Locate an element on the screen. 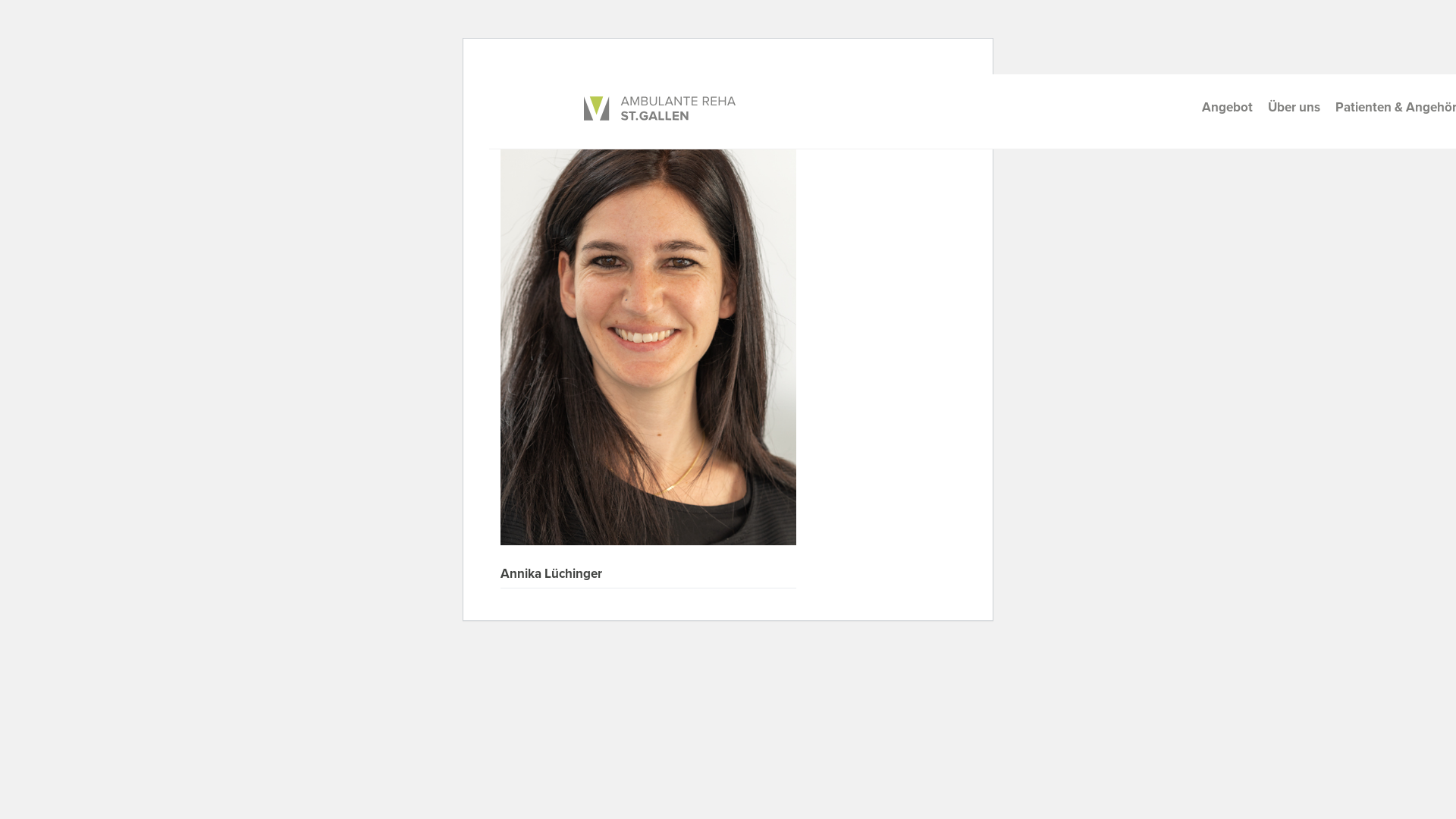  'Angebot' is located at coordinates (1227, 106).